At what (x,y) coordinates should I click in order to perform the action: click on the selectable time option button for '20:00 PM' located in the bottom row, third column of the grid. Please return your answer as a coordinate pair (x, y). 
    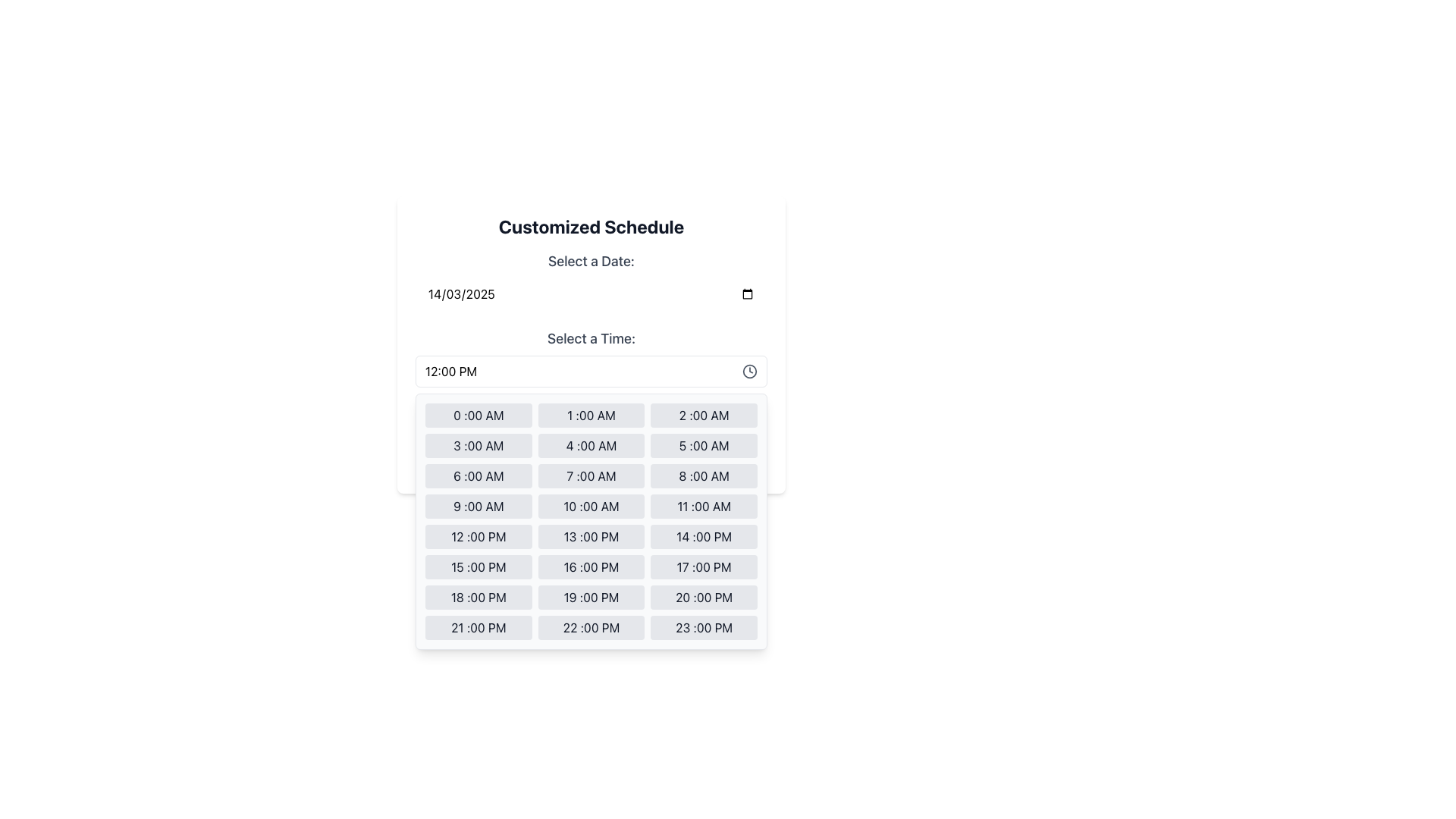
    Looking at the image, I should click on (703, 596).